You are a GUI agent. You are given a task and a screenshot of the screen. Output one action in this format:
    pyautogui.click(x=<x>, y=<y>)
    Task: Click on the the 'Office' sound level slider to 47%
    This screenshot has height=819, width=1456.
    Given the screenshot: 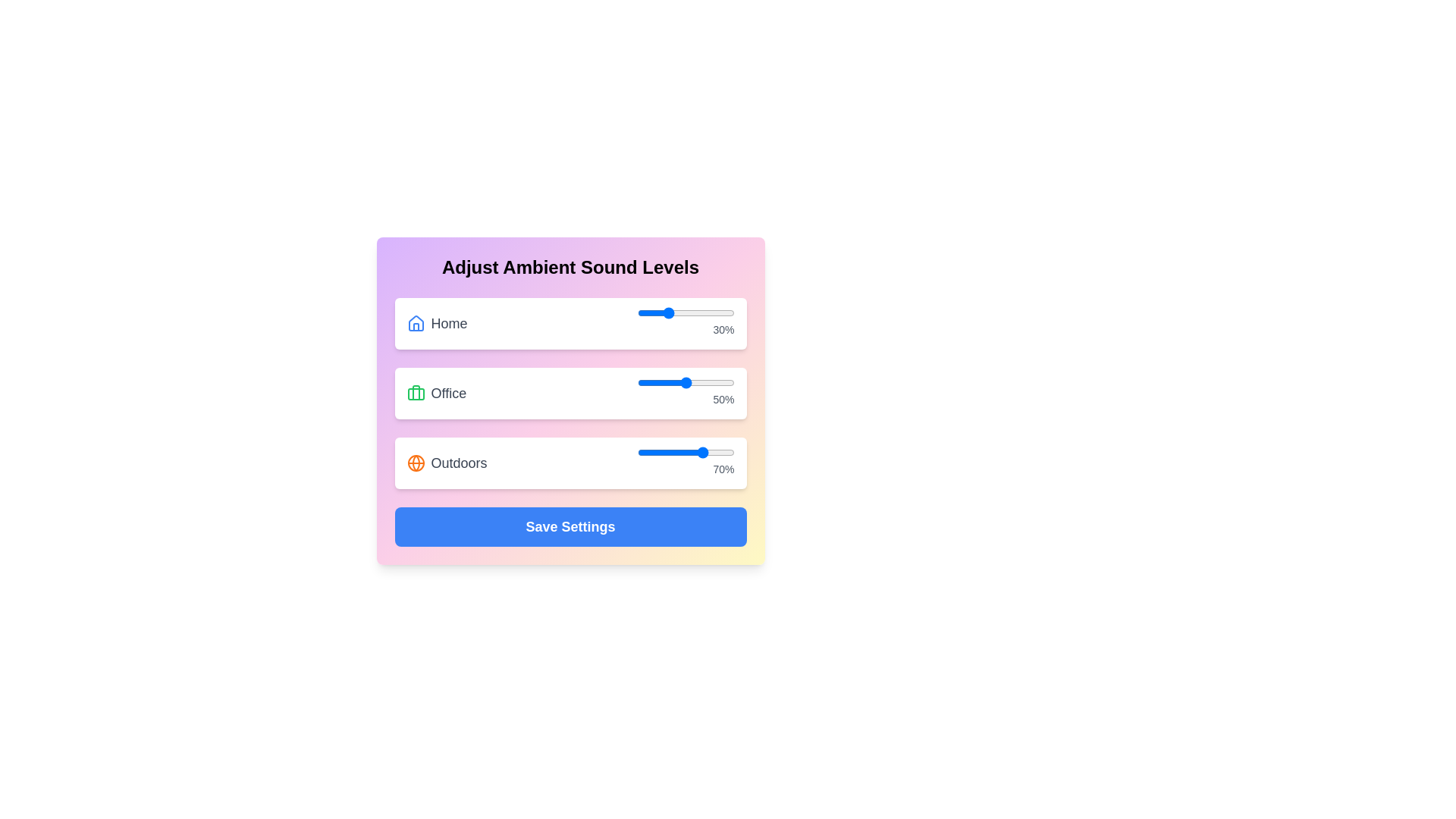 What is the action you would take?
    pyautogui.click(x=682, y=382)
    